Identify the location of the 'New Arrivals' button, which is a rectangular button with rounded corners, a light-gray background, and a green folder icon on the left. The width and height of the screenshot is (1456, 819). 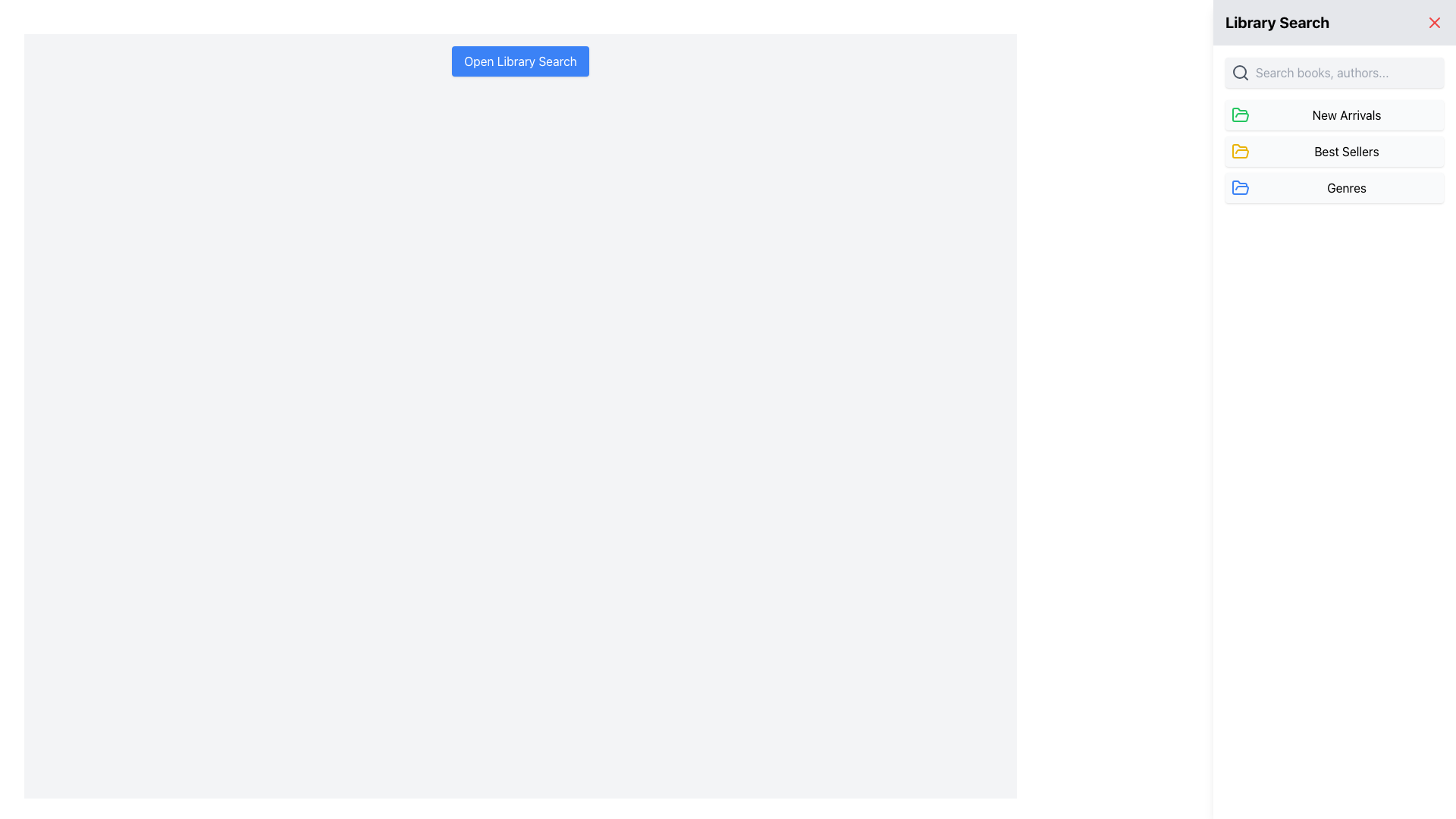
(1335, 114).